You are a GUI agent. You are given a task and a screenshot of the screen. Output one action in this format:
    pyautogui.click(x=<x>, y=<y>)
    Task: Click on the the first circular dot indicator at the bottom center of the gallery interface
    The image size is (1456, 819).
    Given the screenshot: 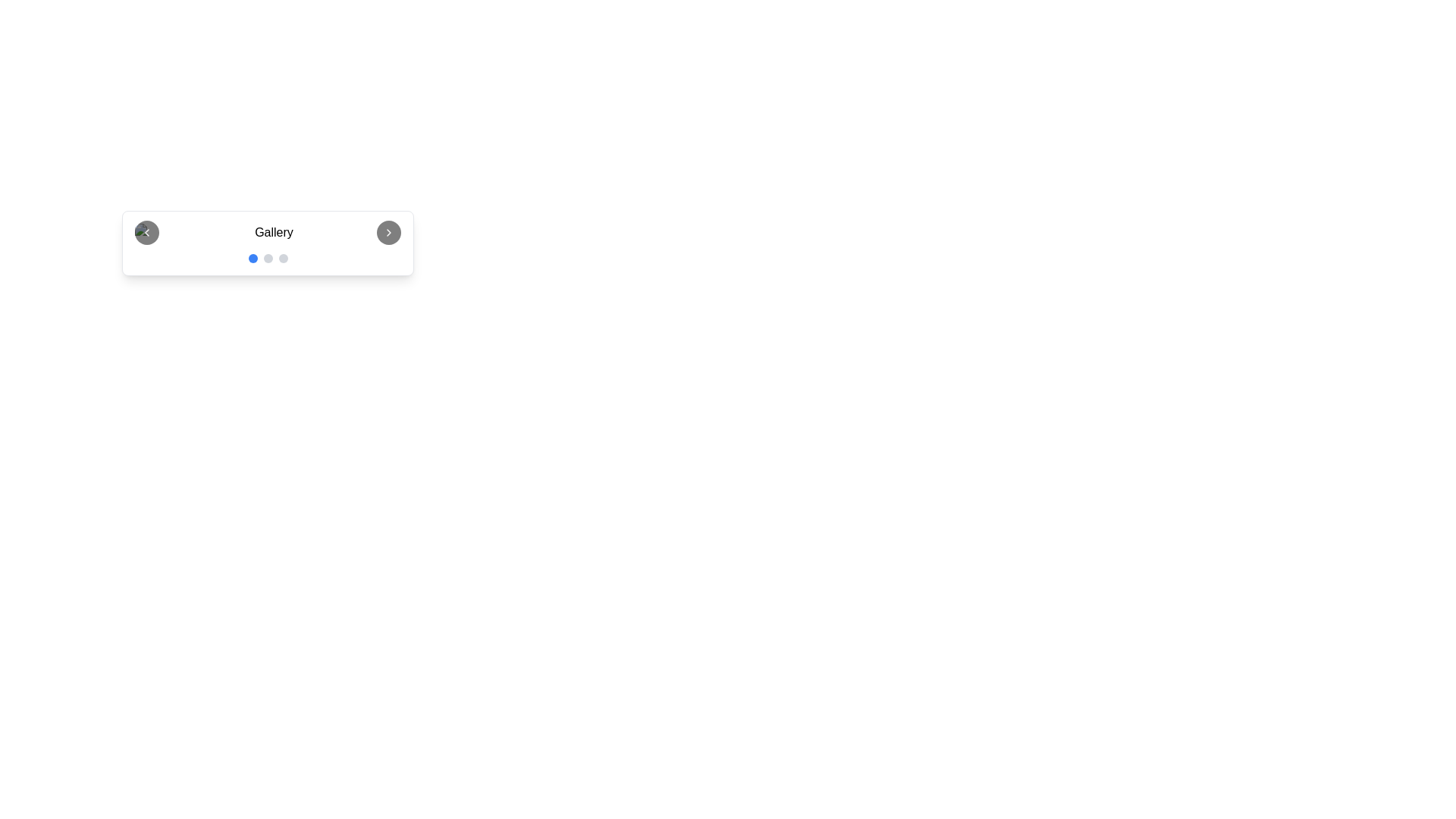 What is the action you would take?
    pyautogui.click(x=253, y=257)
    